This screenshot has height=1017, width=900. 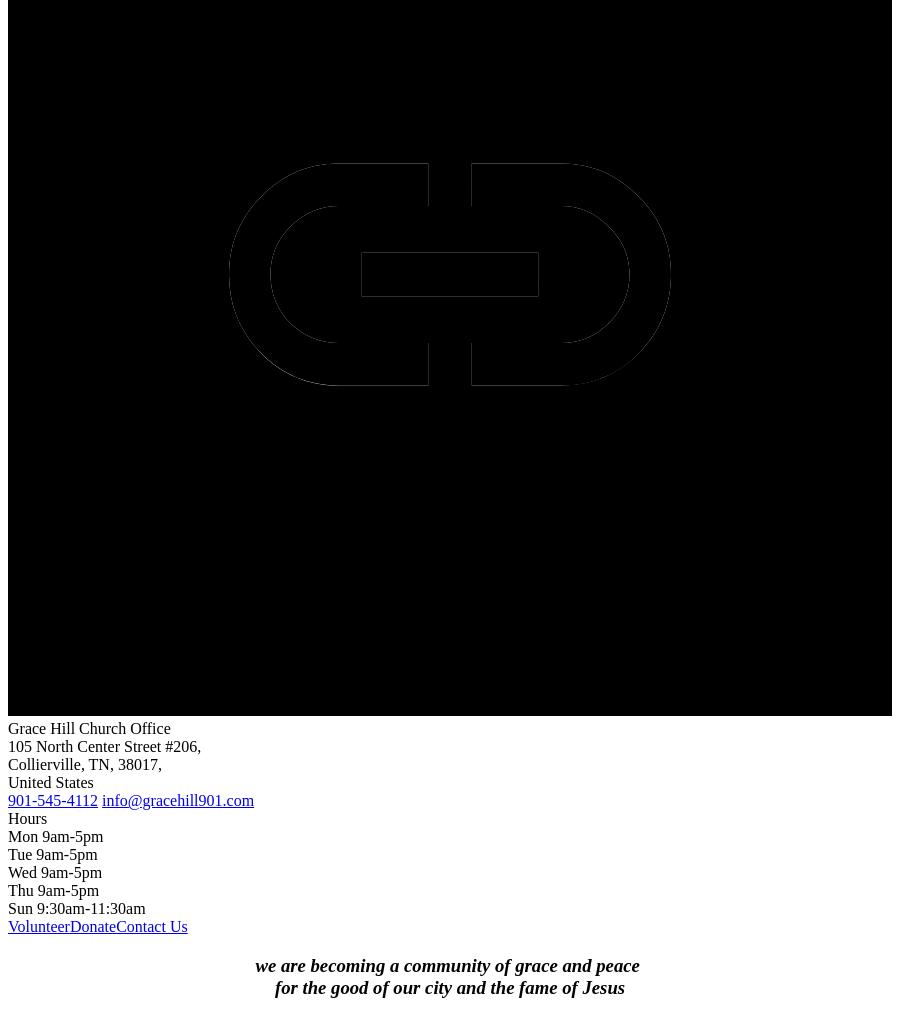 I want to click on 'Donate', so click(x=68, y=925).